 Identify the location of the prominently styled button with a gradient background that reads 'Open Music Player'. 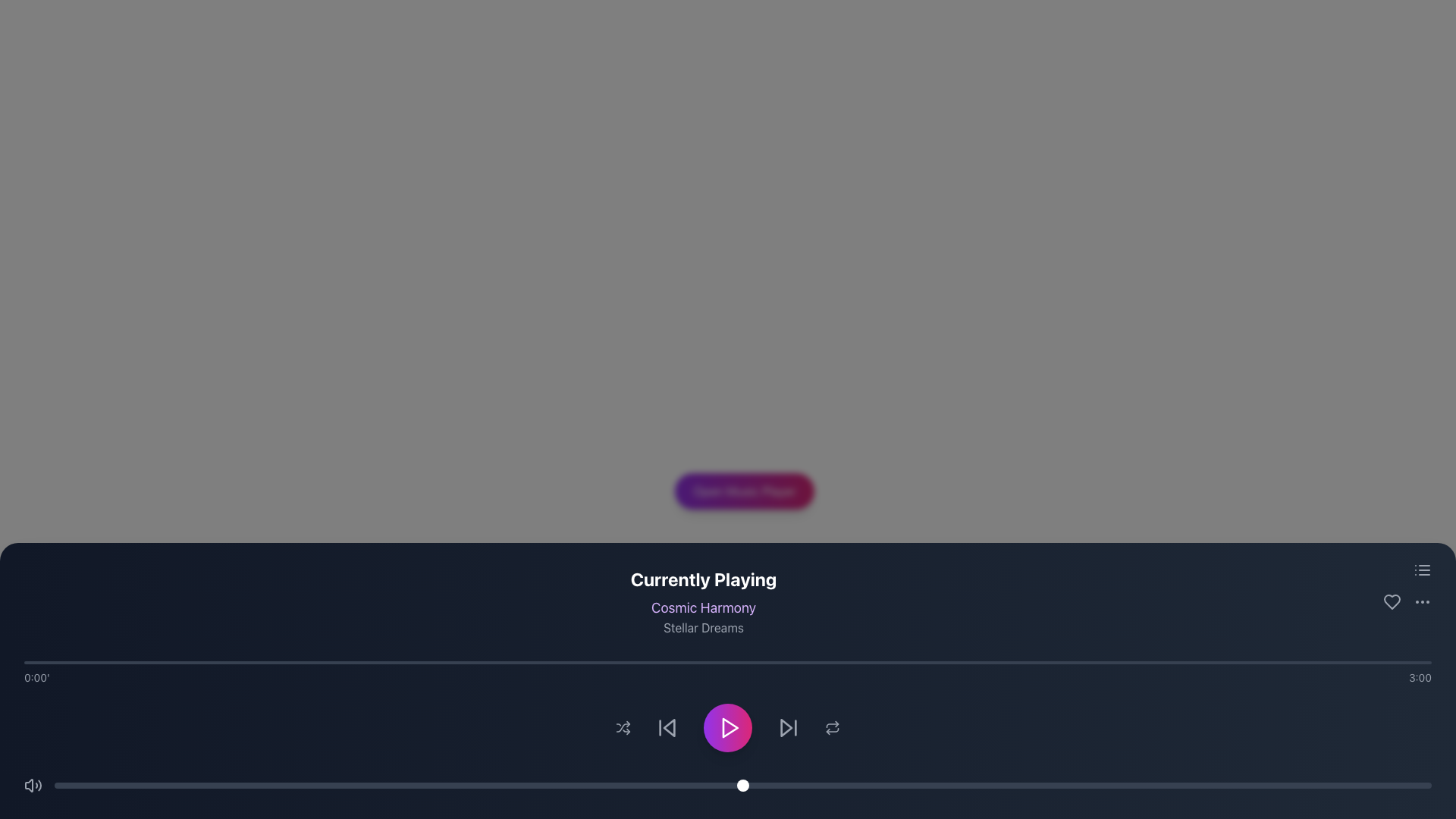
(745, 491).